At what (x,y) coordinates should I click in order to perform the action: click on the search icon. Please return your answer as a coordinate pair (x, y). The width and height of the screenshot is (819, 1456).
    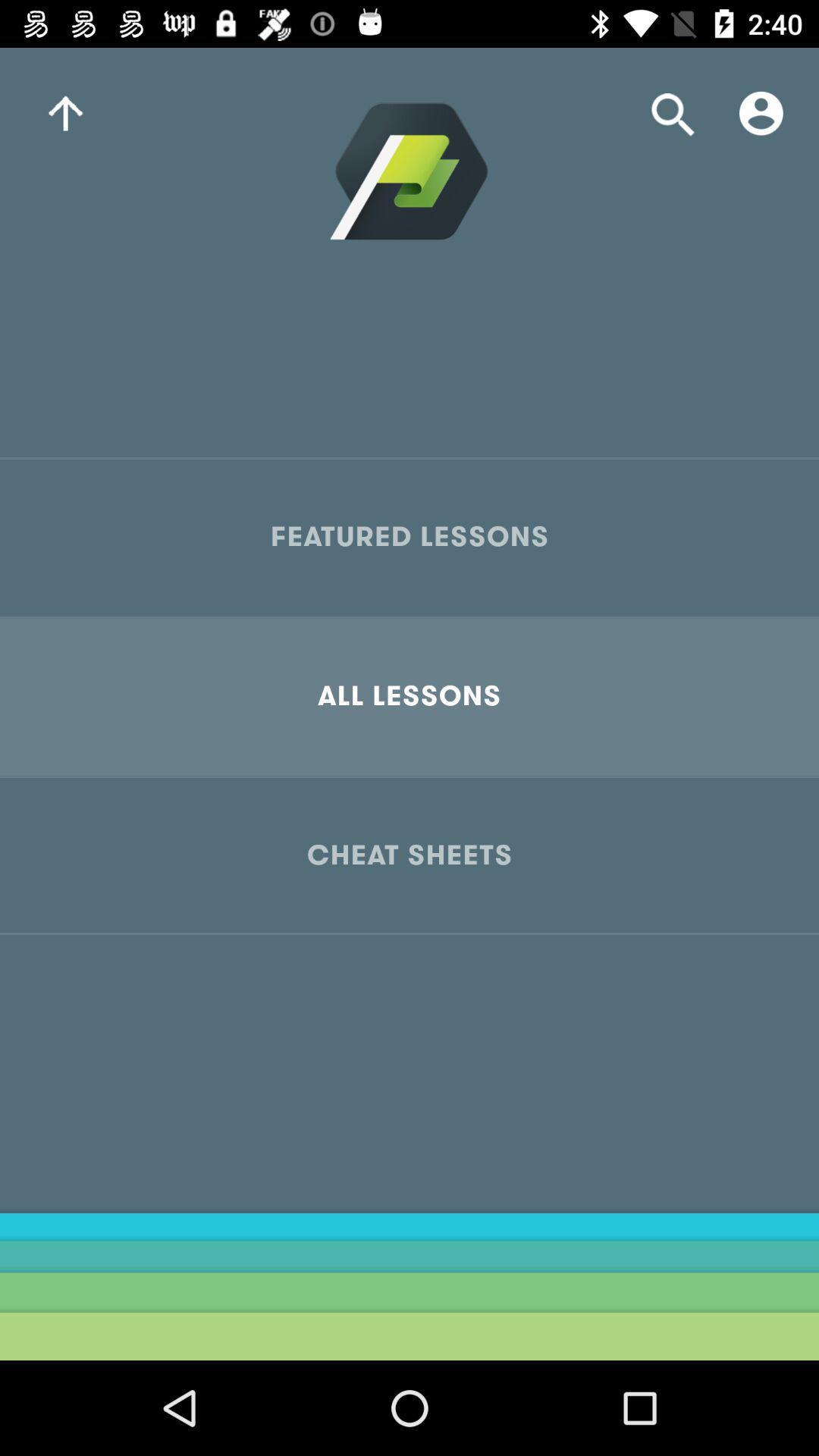
    Looking at the image, I should click on (673, 112).